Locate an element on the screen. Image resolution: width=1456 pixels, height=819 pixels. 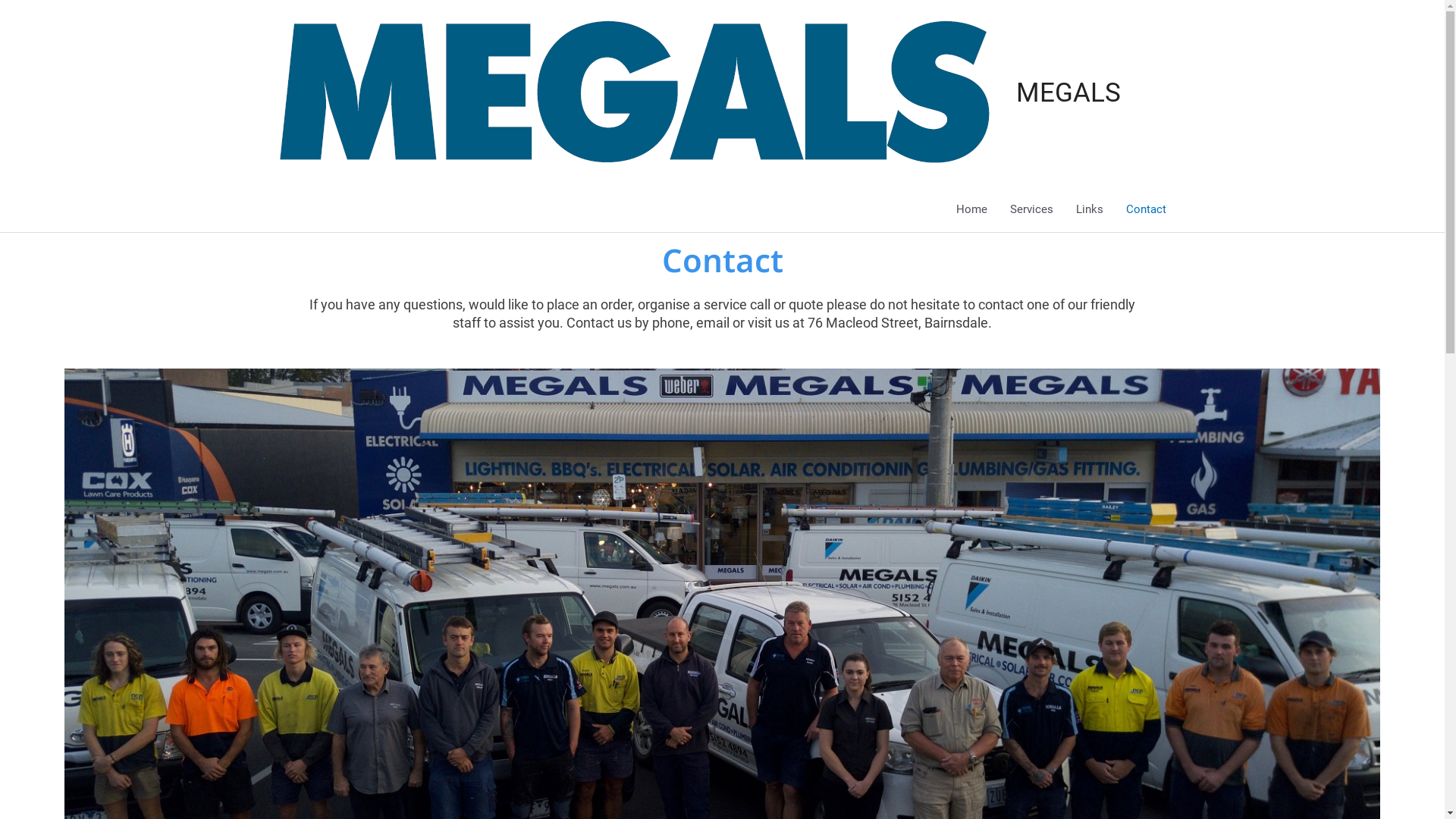
'Services' is located at coordinates (997, 209).